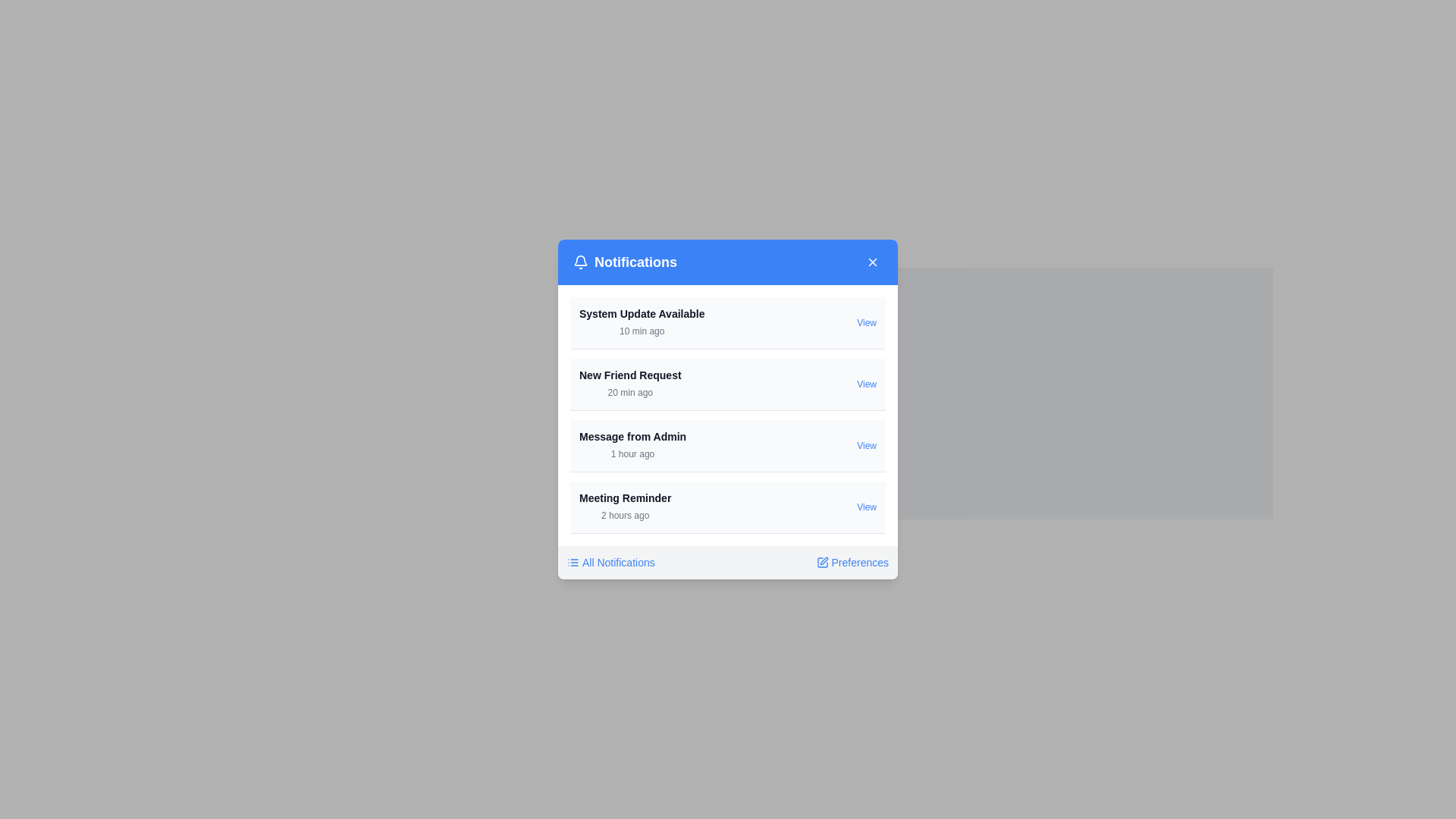 The width and height of the screenshot is (1456, 819). What do you see at coordinates (625, 262) in the screenshot?
I see `text of the label indicating the notifications interface, which is located near the left side of the blue header bar at the top of the notification modal, adjacent to a bell icon and a close button` at bounding box center [625, 262].